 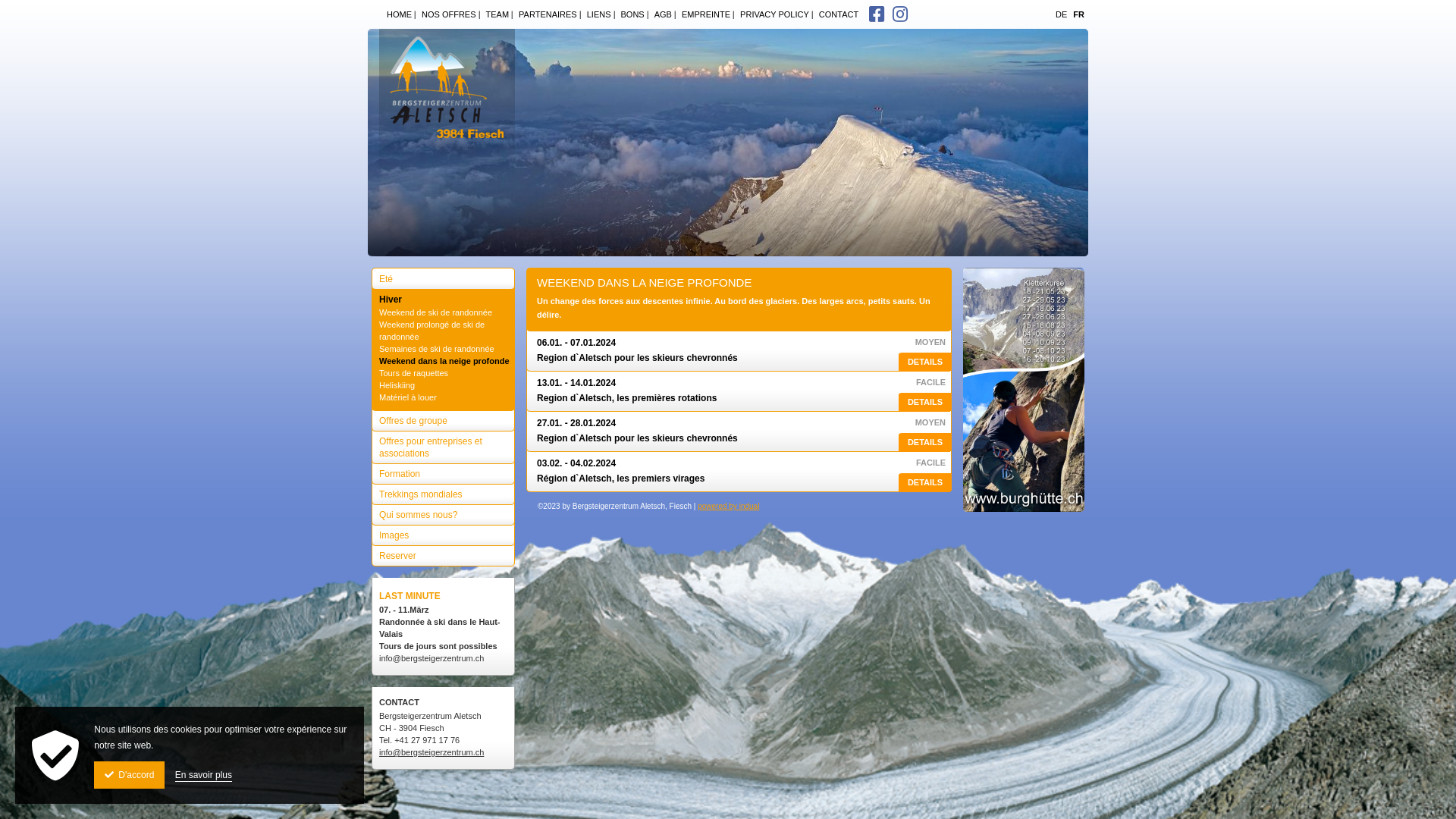 I want to click on 'Images', so click(x=442, y=531).